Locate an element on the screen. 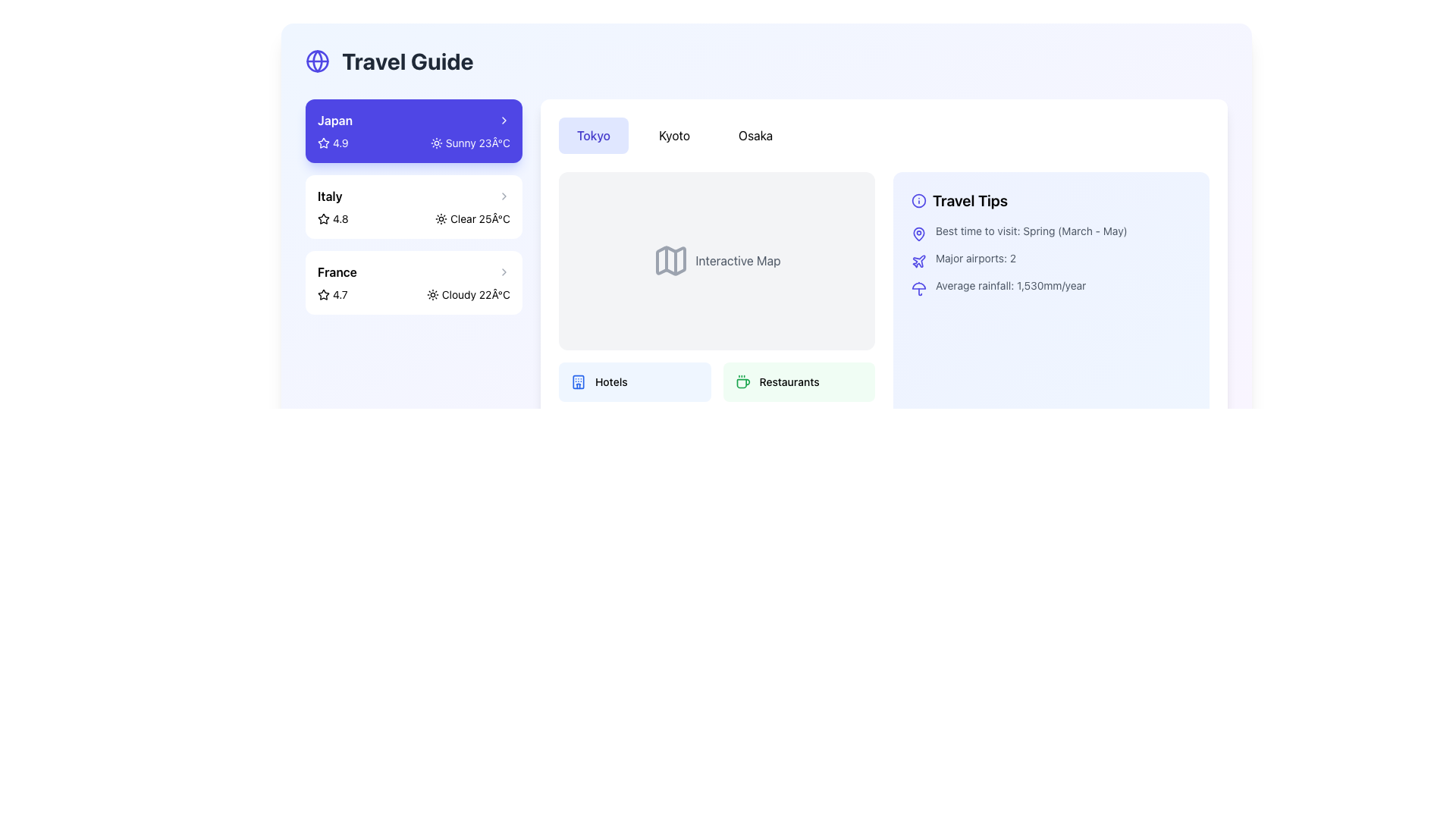  the text label that provides information about the number of major airports associated with the travel destination, located in the travel tips section of the right column, next to an airplane icon is located at coordinates (976, 257).